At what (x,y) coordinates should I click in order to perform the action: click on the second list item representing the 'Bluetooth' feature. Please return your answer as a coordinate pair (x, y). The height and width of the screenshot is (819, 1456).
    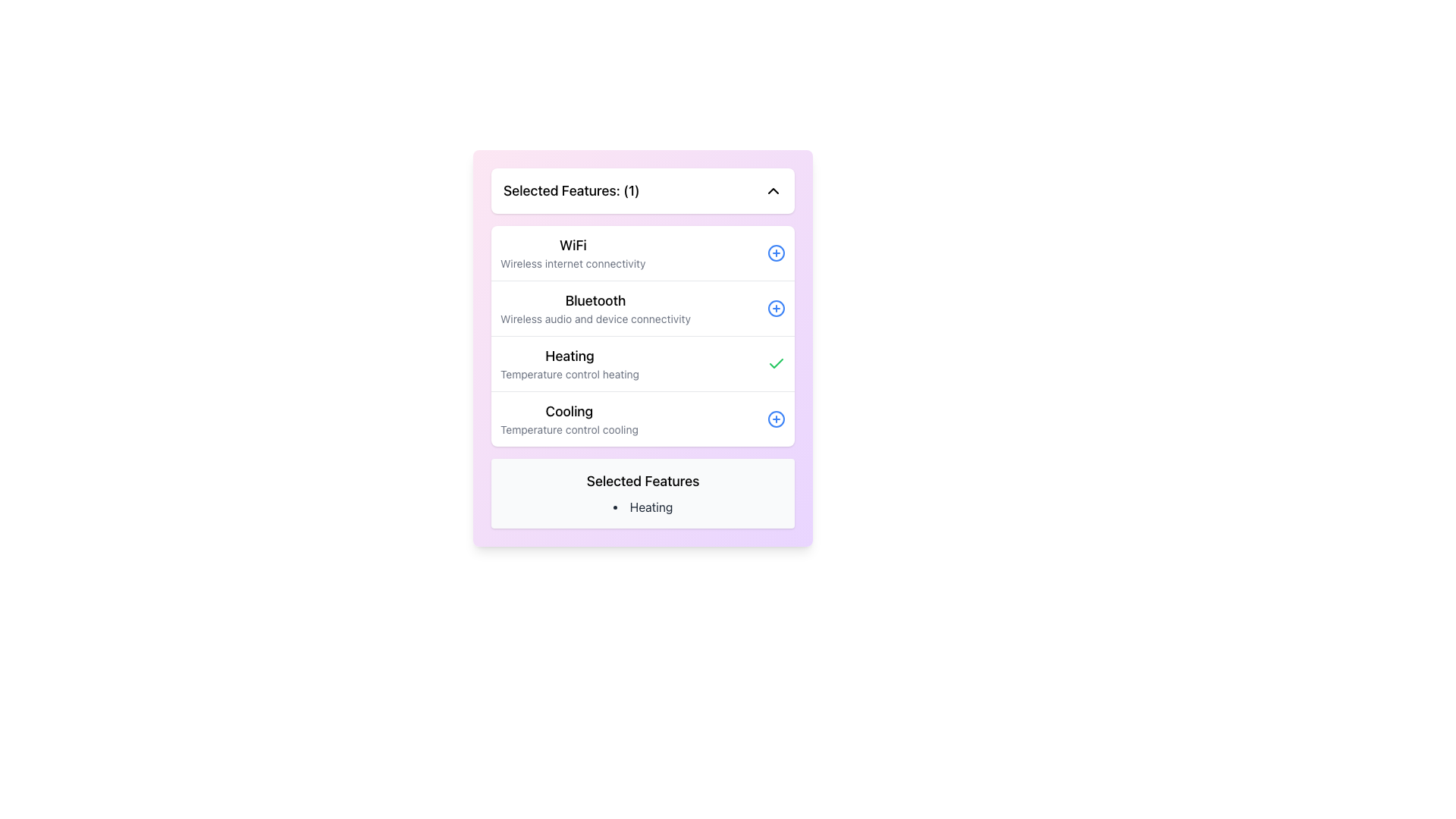
    Looking at the image, I should click on (643, 307).